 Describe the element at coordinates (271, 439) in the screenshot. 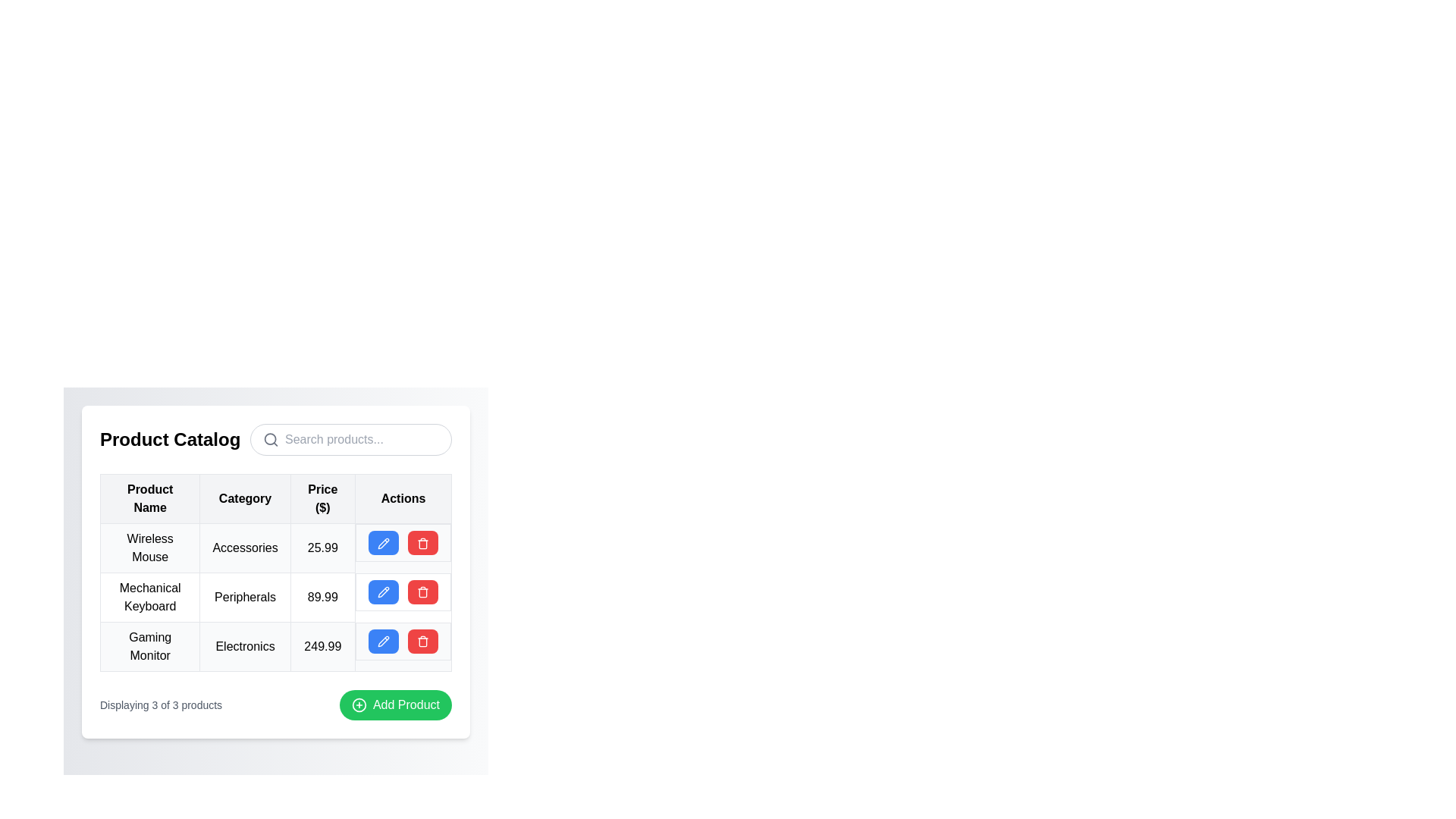

I see `the search icon located leftmost in the row, which visually indicates the search function and complements the adjacent search input box` at that location.